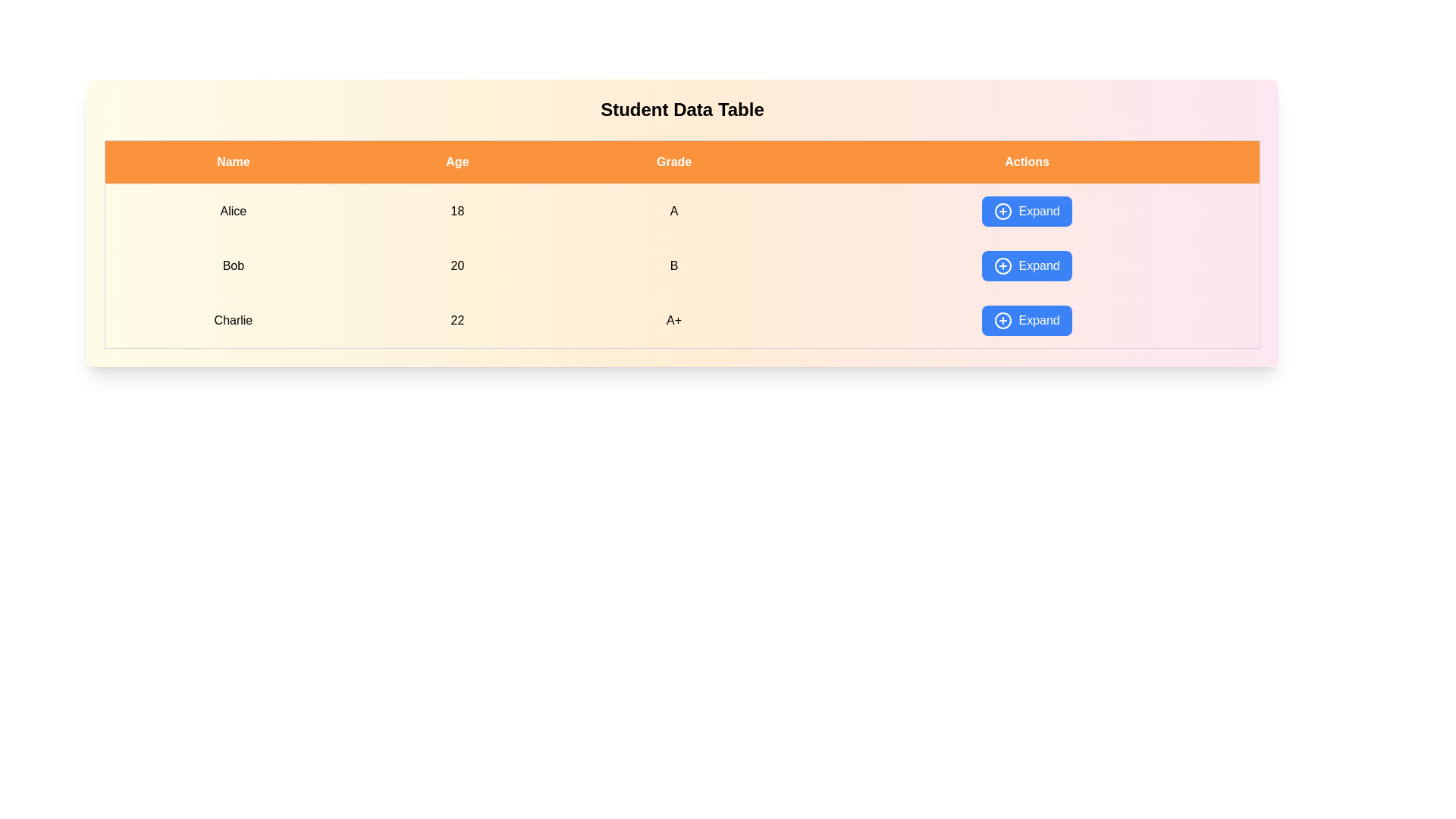  I want to click on the static text display indicating the age value for Alice in the data table, located between the Name and Grade columns, so click(457, 211).